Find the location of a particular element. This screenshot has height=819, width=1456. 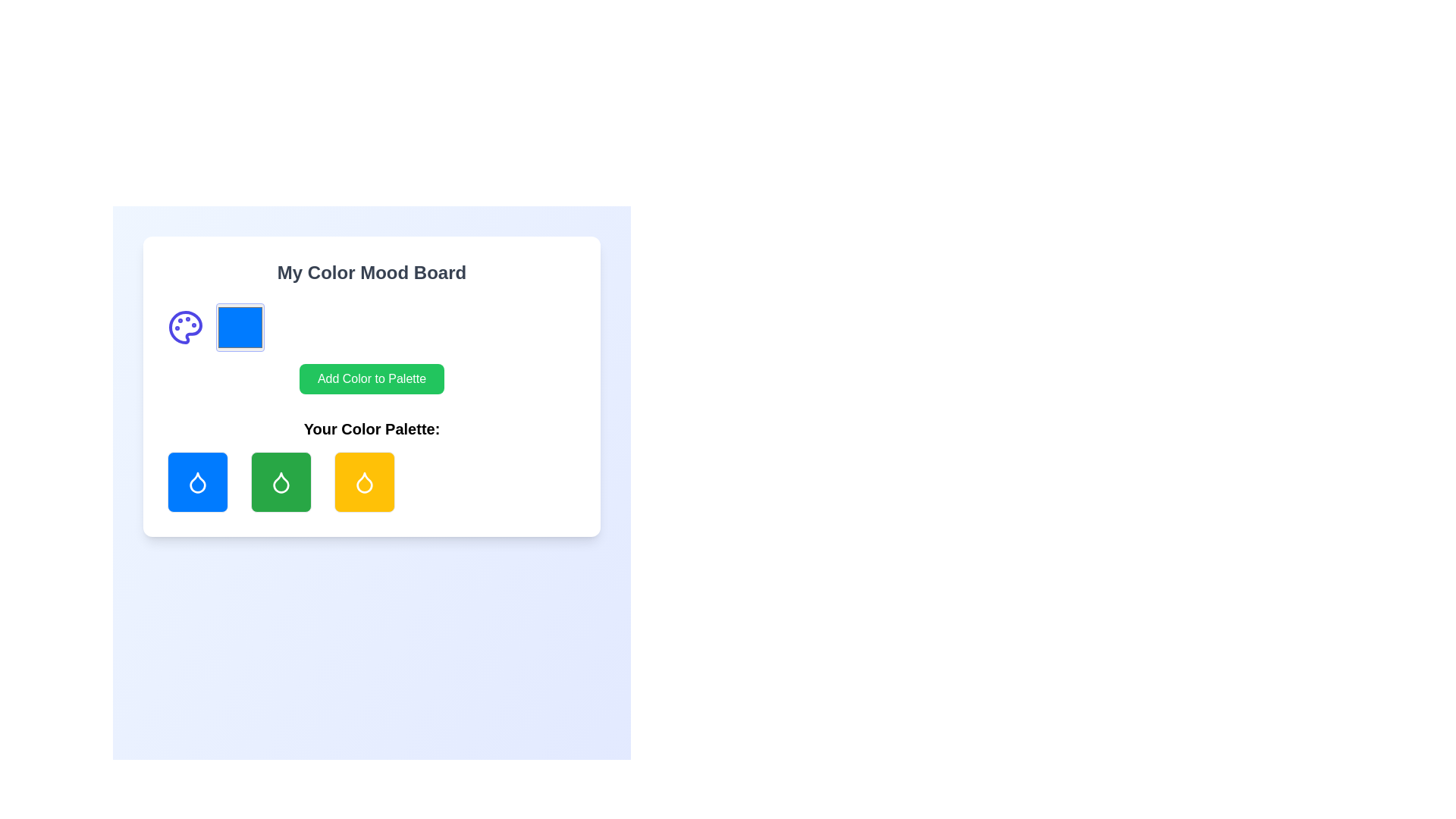

keyboard navigation is located at coordinates (281, 482).